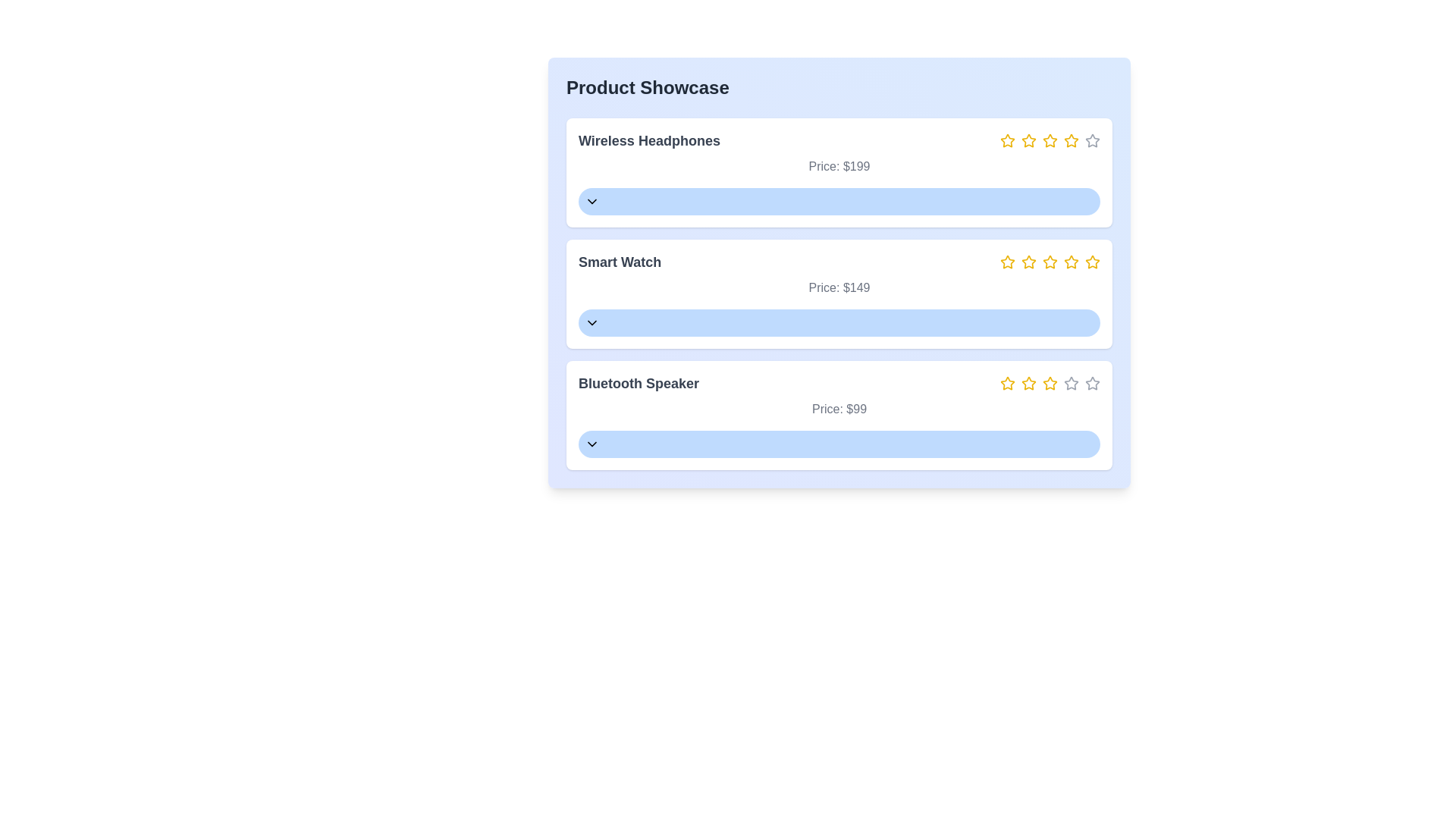 The image size is (1456, 819). What do you see at coordinates (1029, 261) in the screenshot?
I see `the third Rating Star Icon in the 'Smart Watch' section to rate the product with a score of 3` at bounding box center [1029, 261].